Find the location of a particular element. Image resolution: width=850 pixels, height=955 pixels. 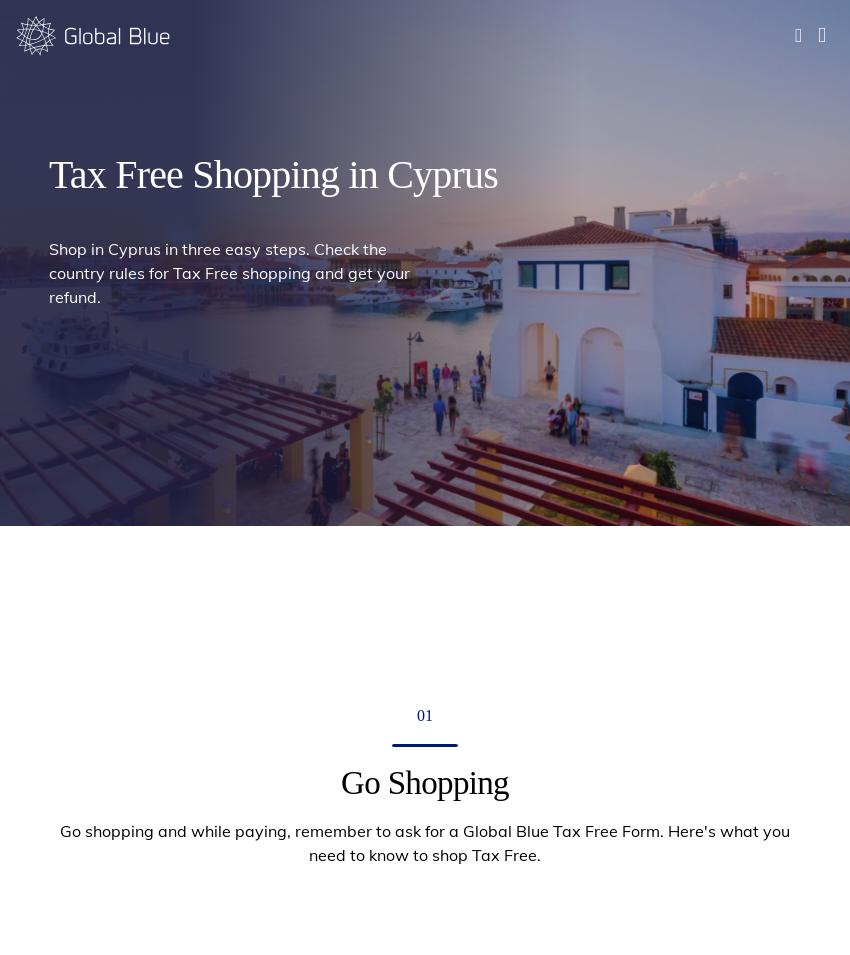

'Go Shopping' is located at coordinates (184, 81).